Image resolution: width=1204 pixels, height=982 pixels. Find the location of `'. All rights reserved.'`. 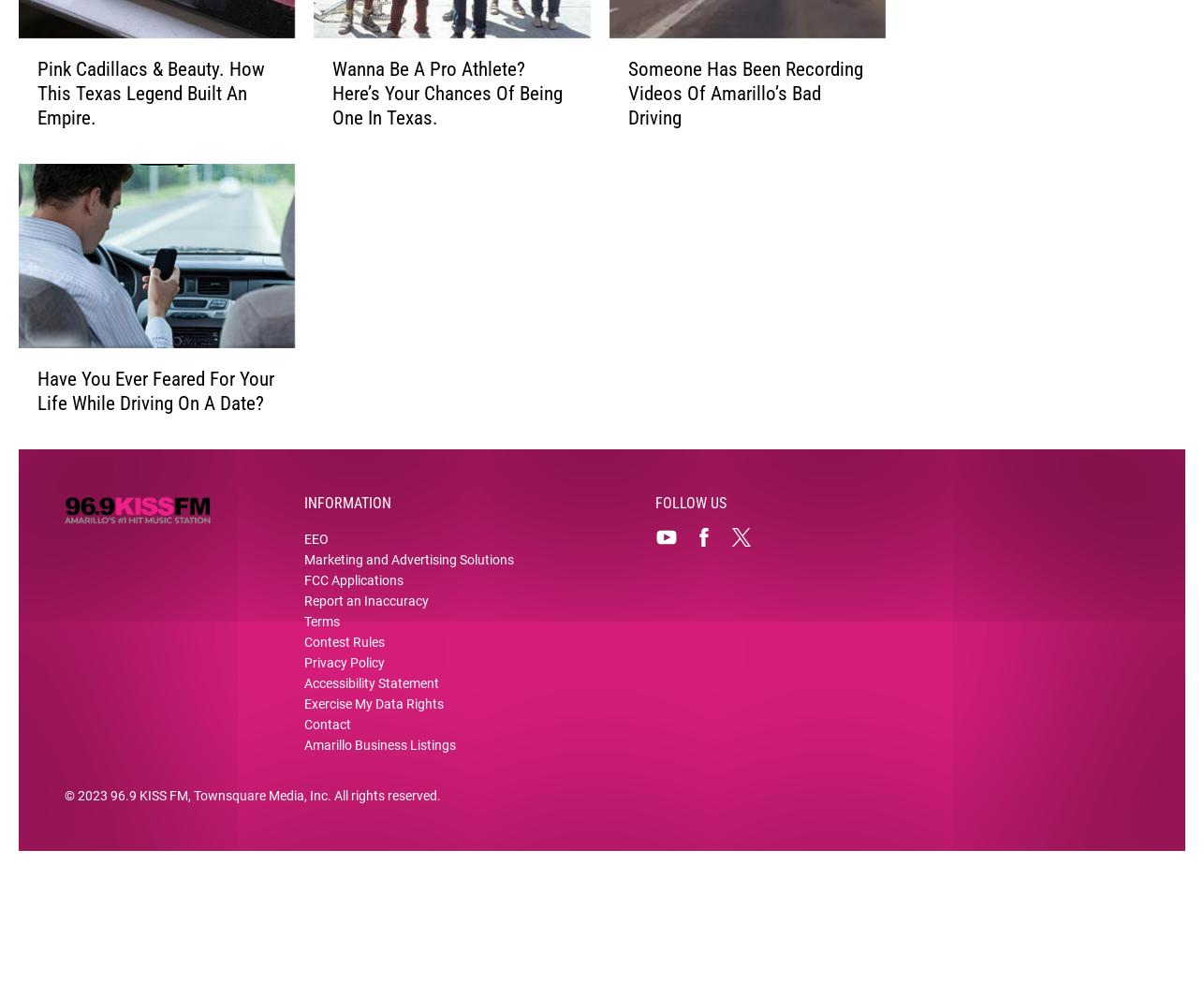

'. All rights reserved.' is located at coordinates (383, 824).